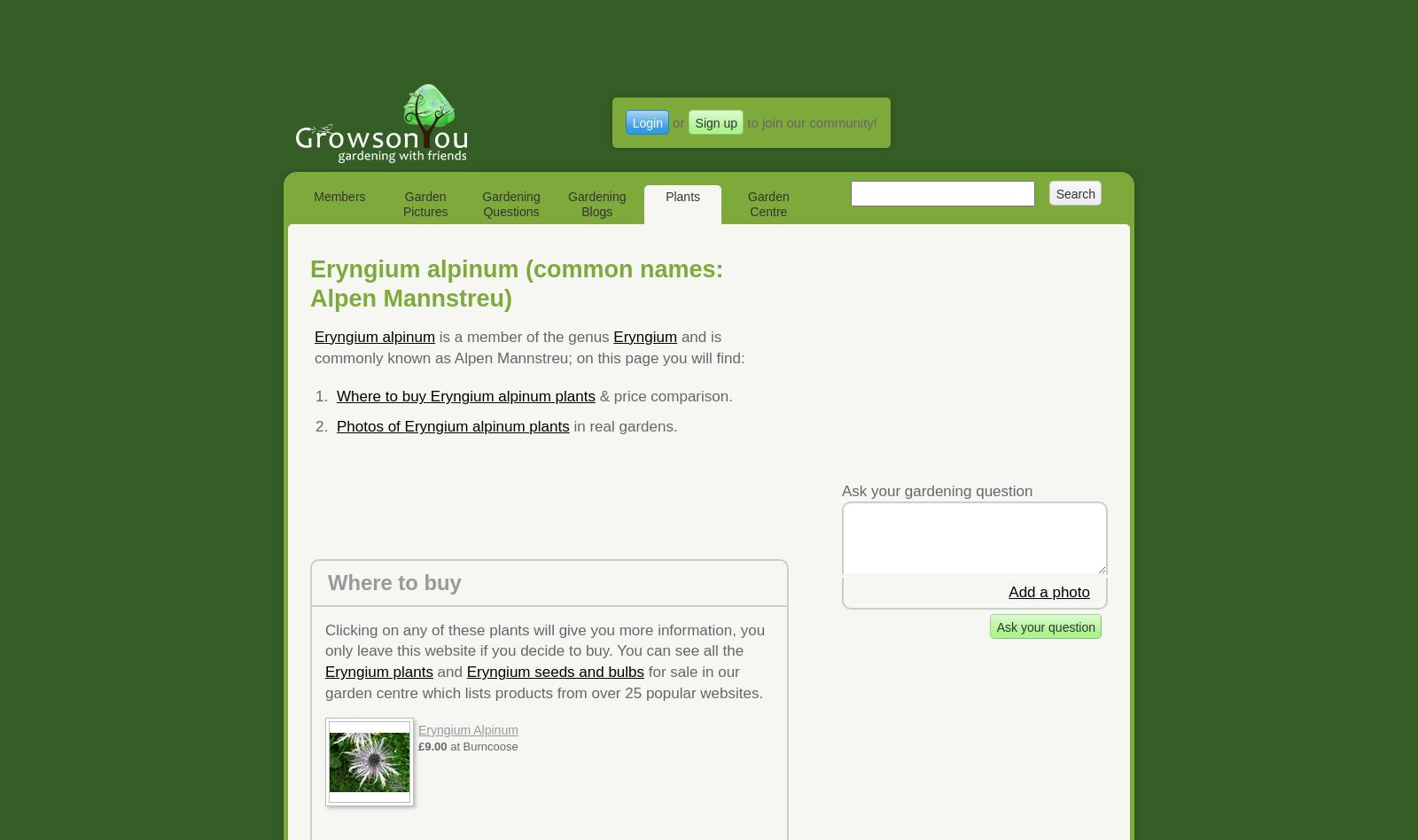 The image size is (1418, 840). What do you see at coordinates (663, 395) in the screenshot?
I see `'& price comparison.'` at bounding box center [663, 395].